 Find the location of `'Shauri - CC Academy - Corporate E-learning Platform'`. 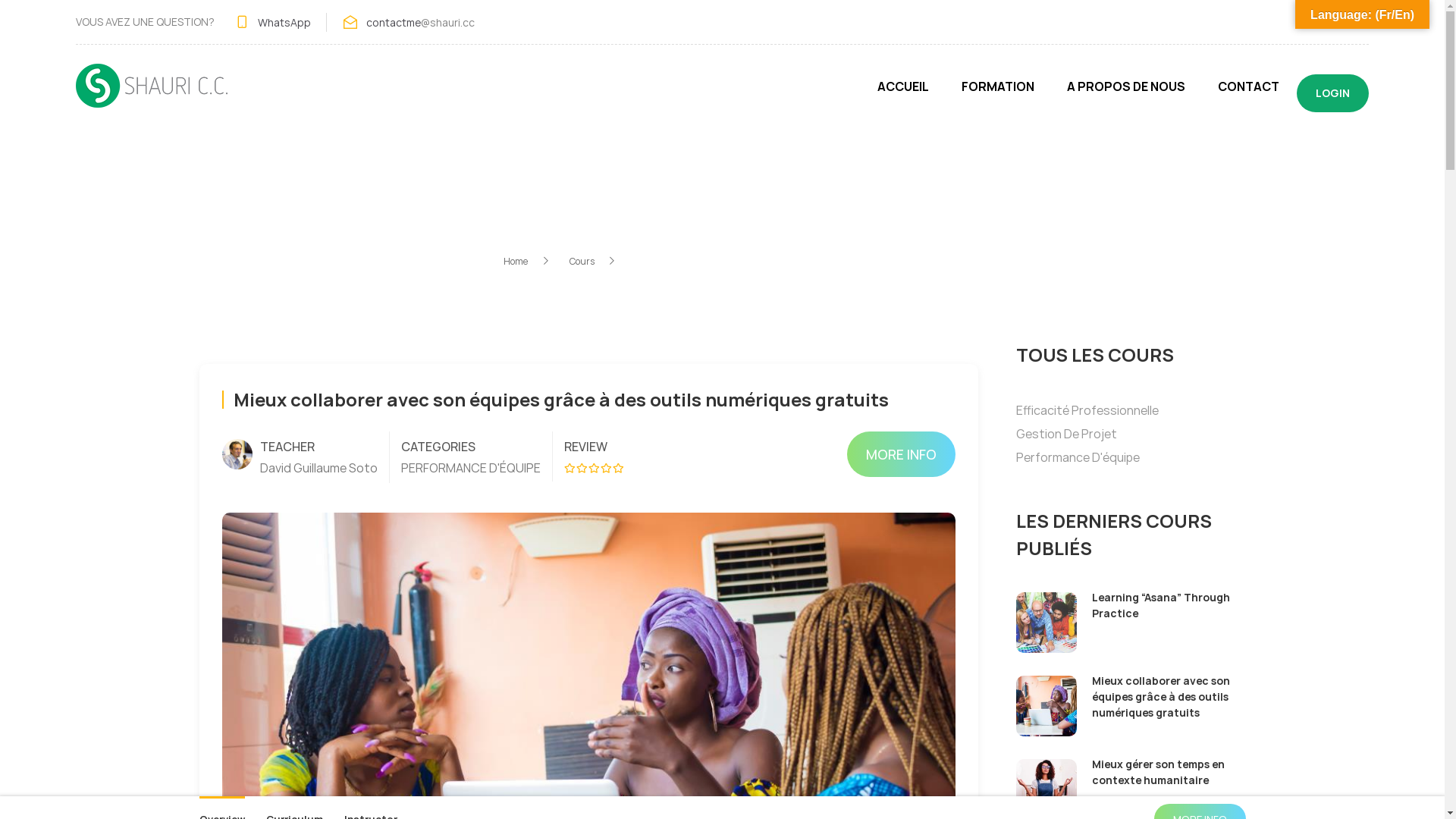

'Shauri - CC Academy - Corporate E-learning Platform' is located at coordinates (152, 93).